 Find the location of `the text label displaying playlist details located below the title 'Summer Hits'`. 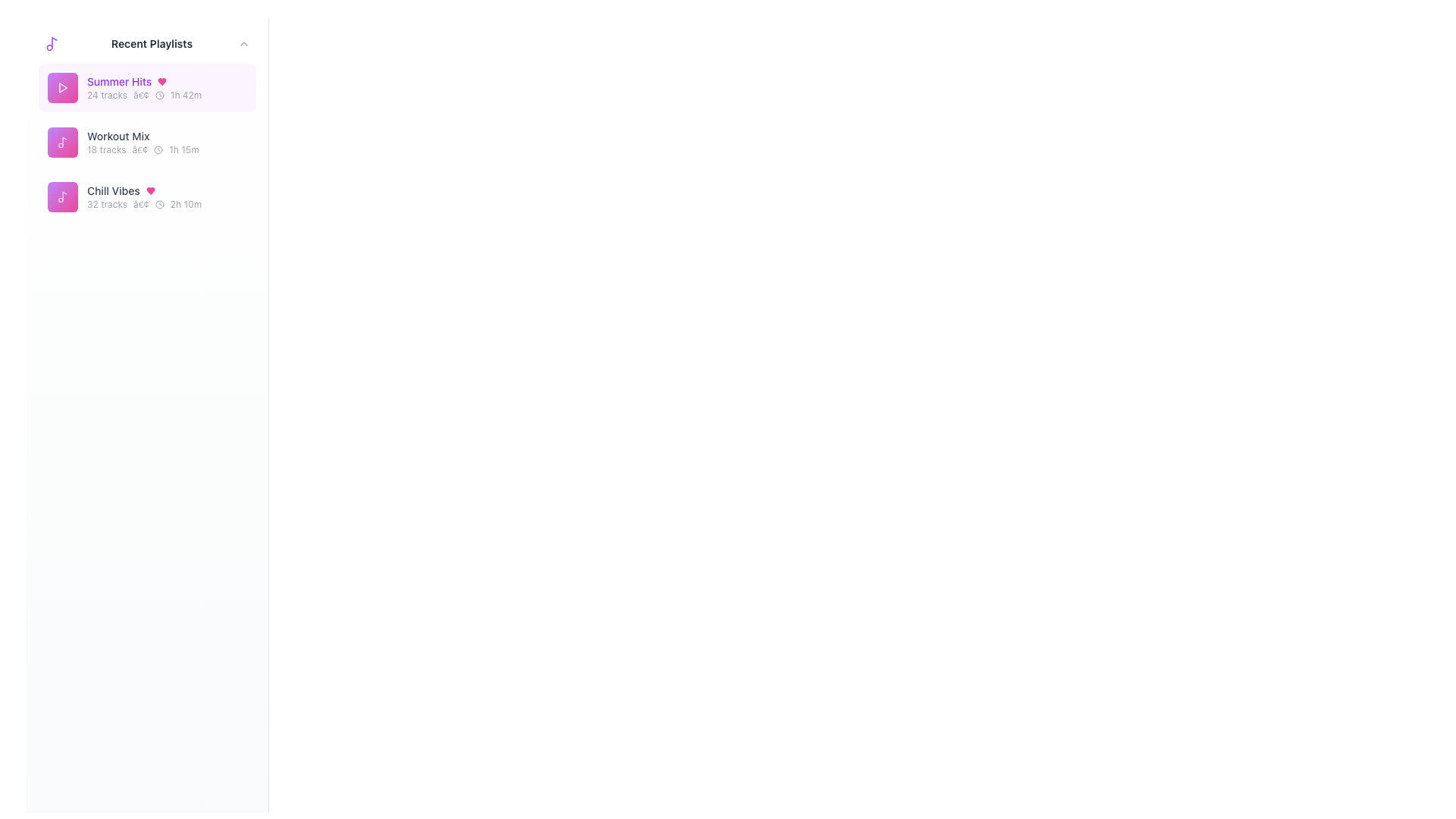

the text label displaying playlist details located below the title 'Summer Hits' is located at coordinates (167, 96).